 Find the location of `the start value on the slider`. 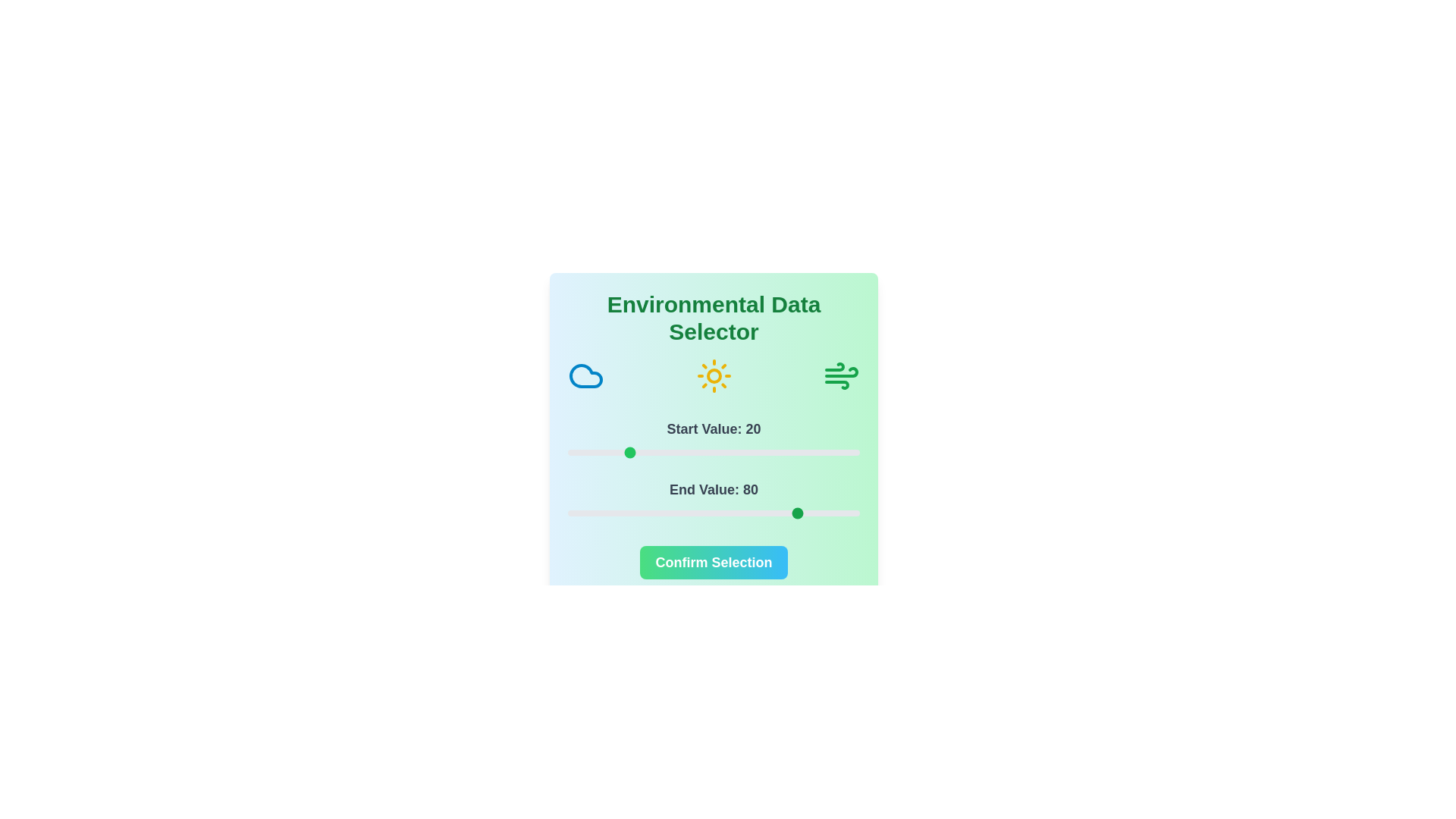

the start value on the slider is located at coordinates (585, 452).